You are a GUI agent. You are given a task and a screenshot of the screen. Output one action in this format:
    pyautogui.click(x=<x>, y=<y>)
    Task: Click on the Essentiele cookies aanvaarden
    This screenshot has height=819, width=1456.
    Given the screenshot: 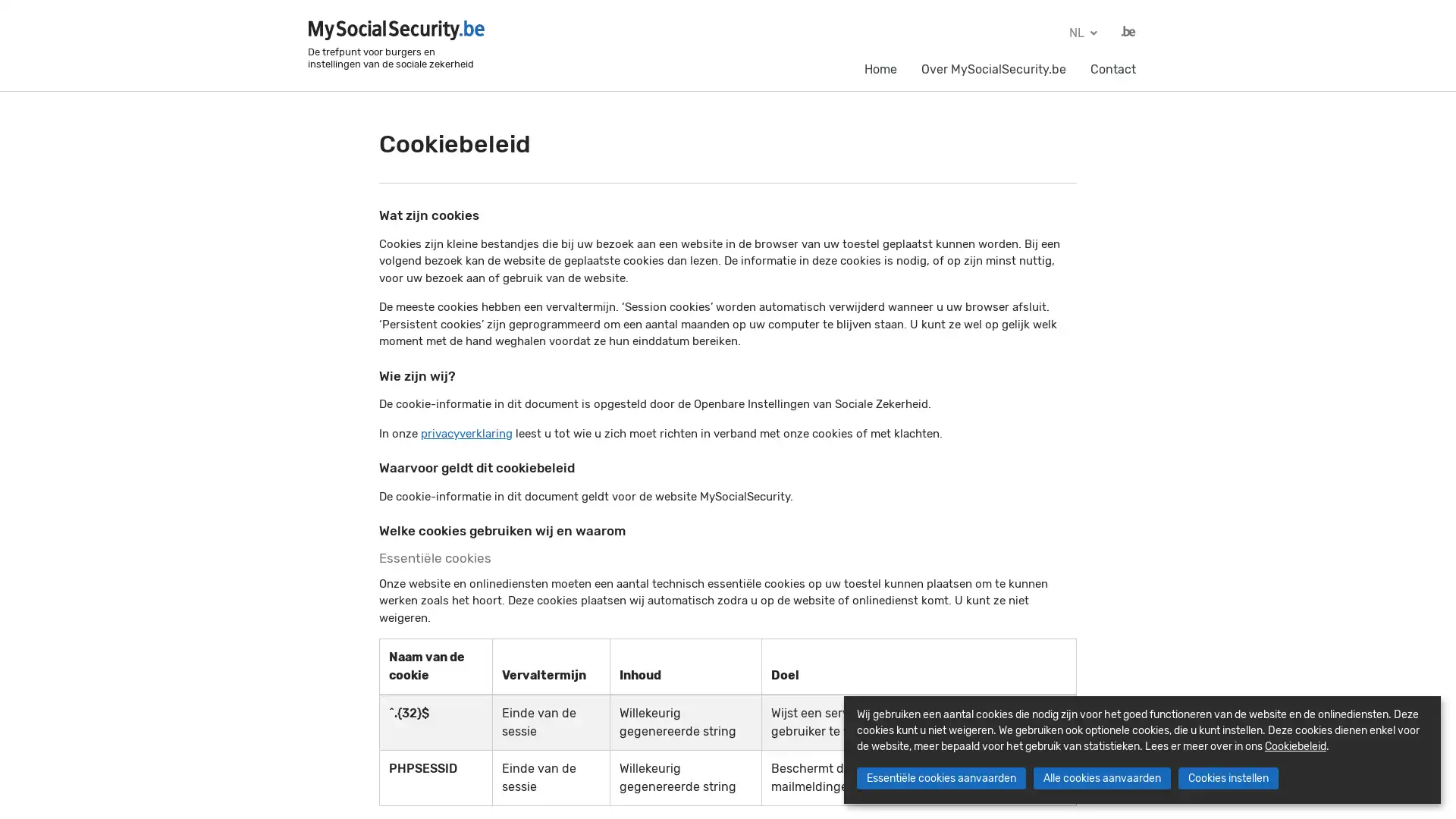 What is the action you would take?
    pyautogui.click(x=940, y=778)
    